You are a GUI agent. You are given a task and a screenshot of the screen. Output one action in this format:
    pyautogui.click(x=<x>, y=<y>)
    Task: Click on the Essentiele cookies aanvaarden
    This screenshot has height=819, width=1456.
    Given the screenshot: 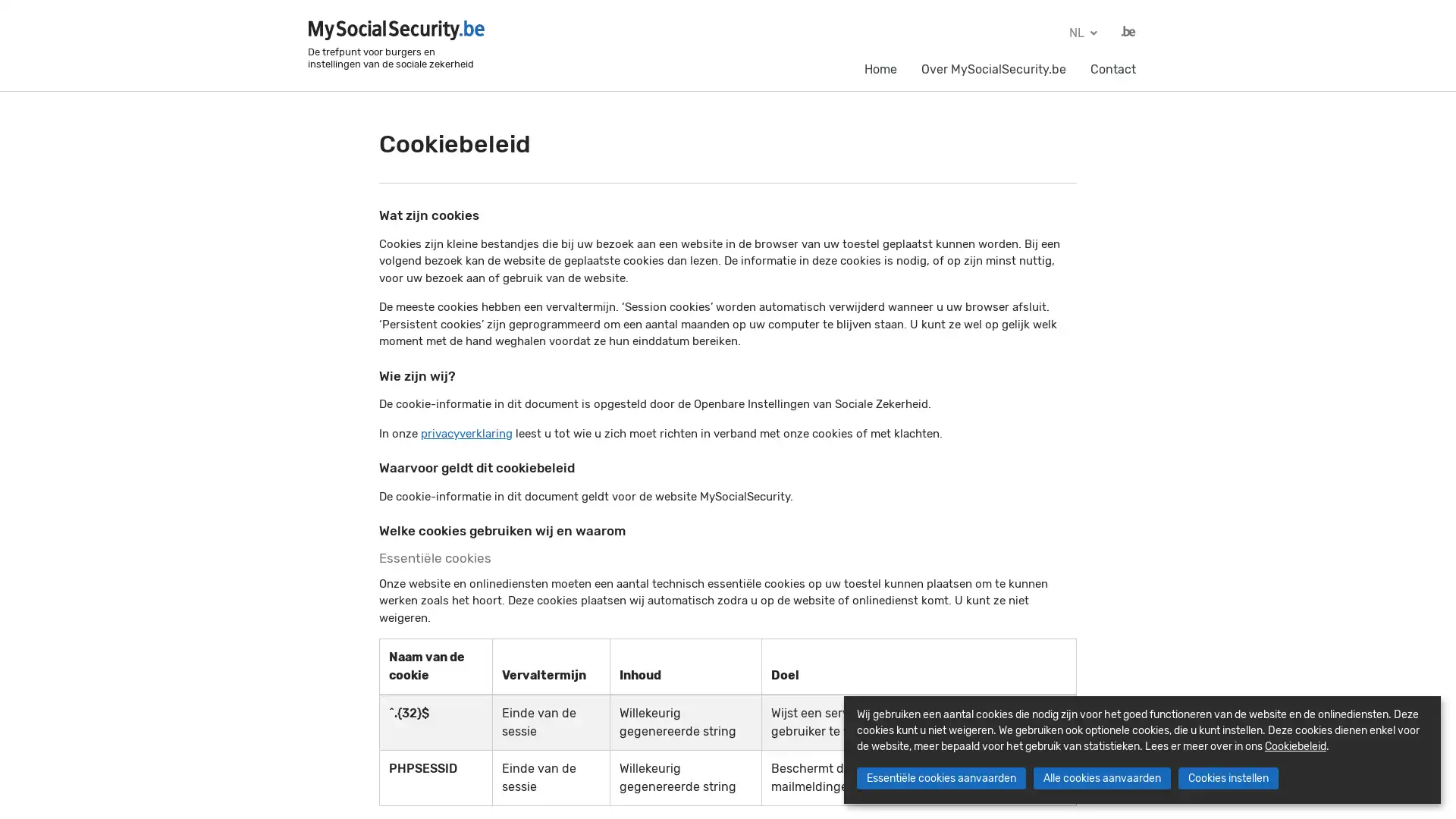 What is the action you would take?
    pyautogui.click(x=940, y=778)
    